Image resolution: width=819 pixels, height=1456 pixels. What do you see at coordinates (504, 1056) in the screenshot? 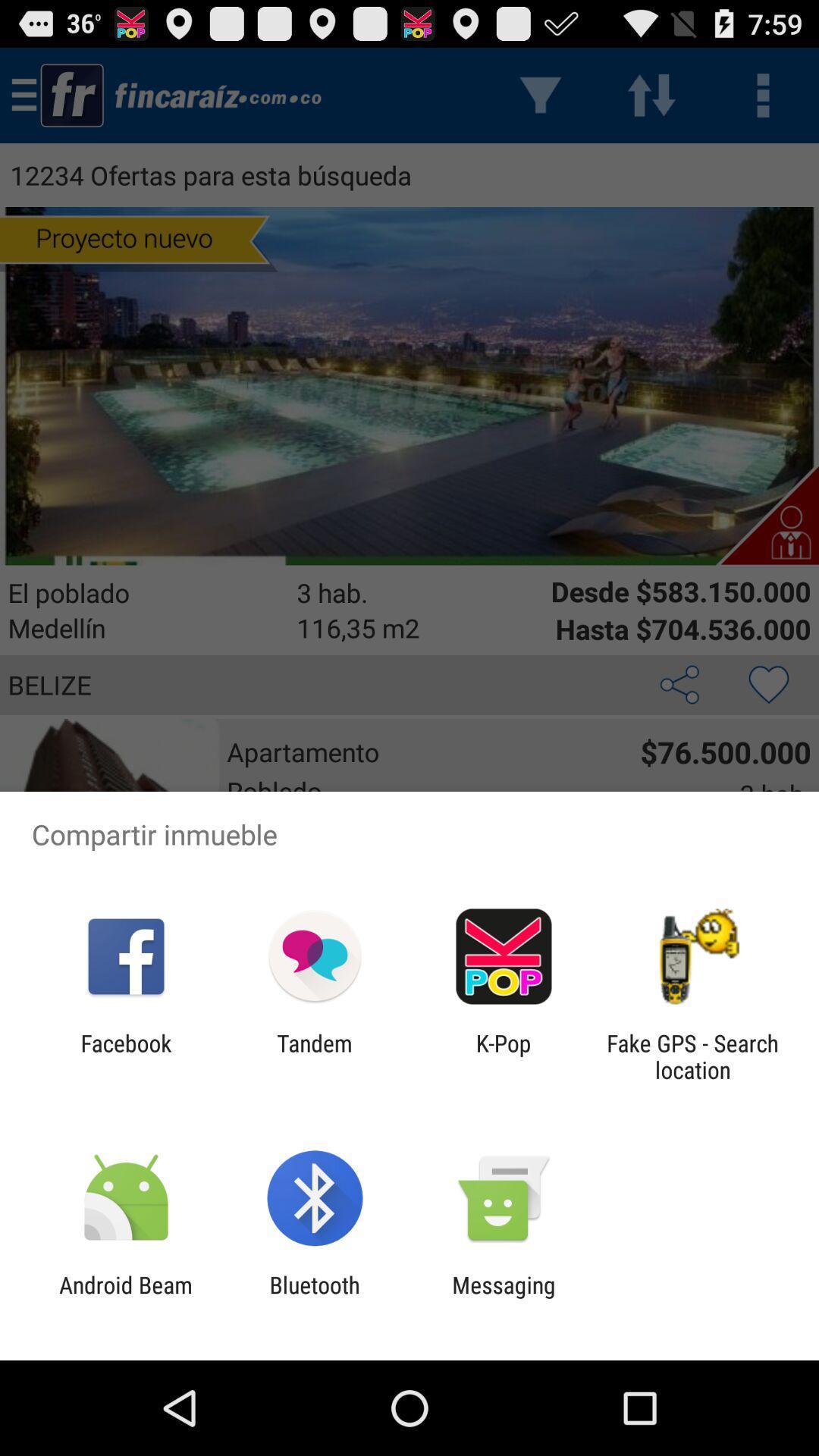
I see `icon to the left of the fake gps search item` at bounding box center [504, 1056].